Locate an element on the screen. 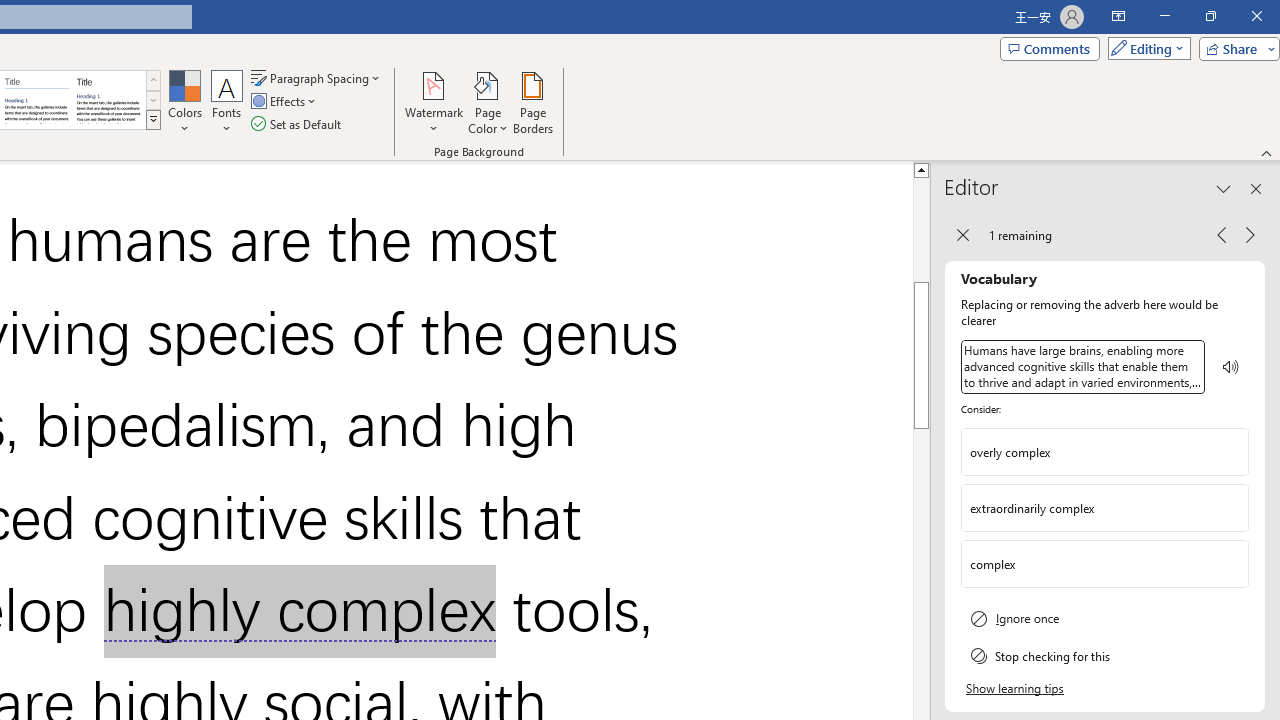 The height and width of the screenshot is (720, 1280). 'Word 2013' is located at coordinates (107, 100).